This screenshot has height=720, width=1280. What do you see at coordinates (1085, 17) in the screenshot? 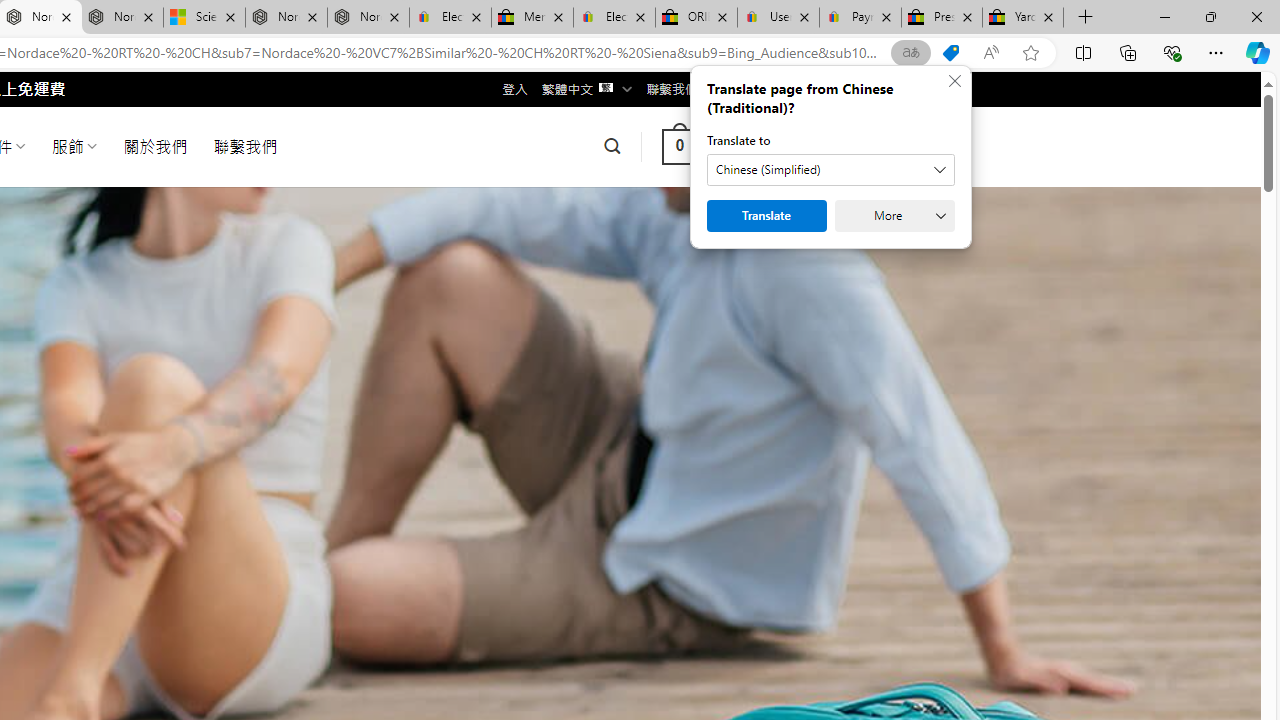
I see `'New Tab'` at bounding box center [1085, 17].